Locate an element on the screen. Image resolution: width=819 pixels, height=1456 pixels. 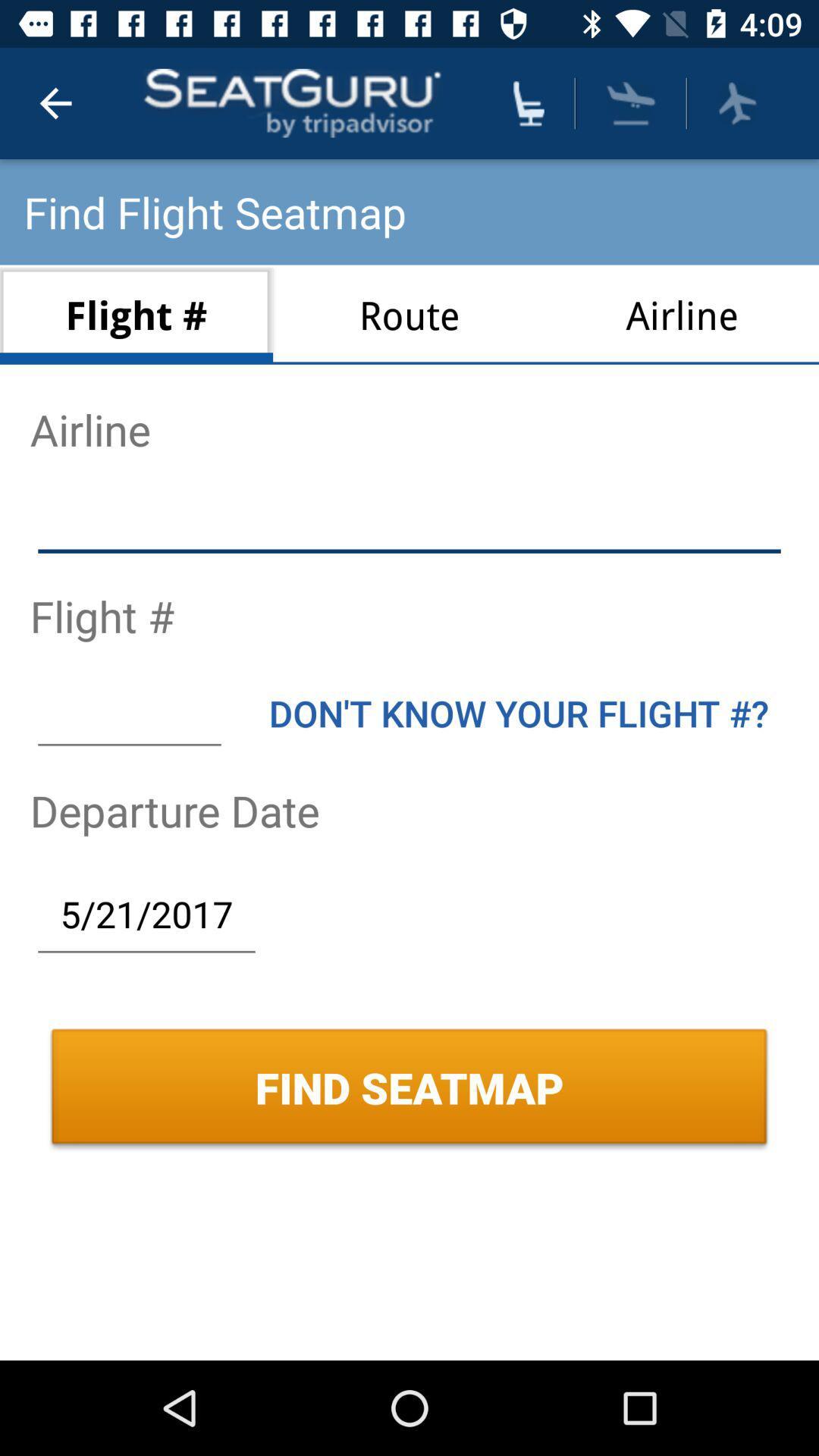
item above the airline is located at coordinates (631, 102).